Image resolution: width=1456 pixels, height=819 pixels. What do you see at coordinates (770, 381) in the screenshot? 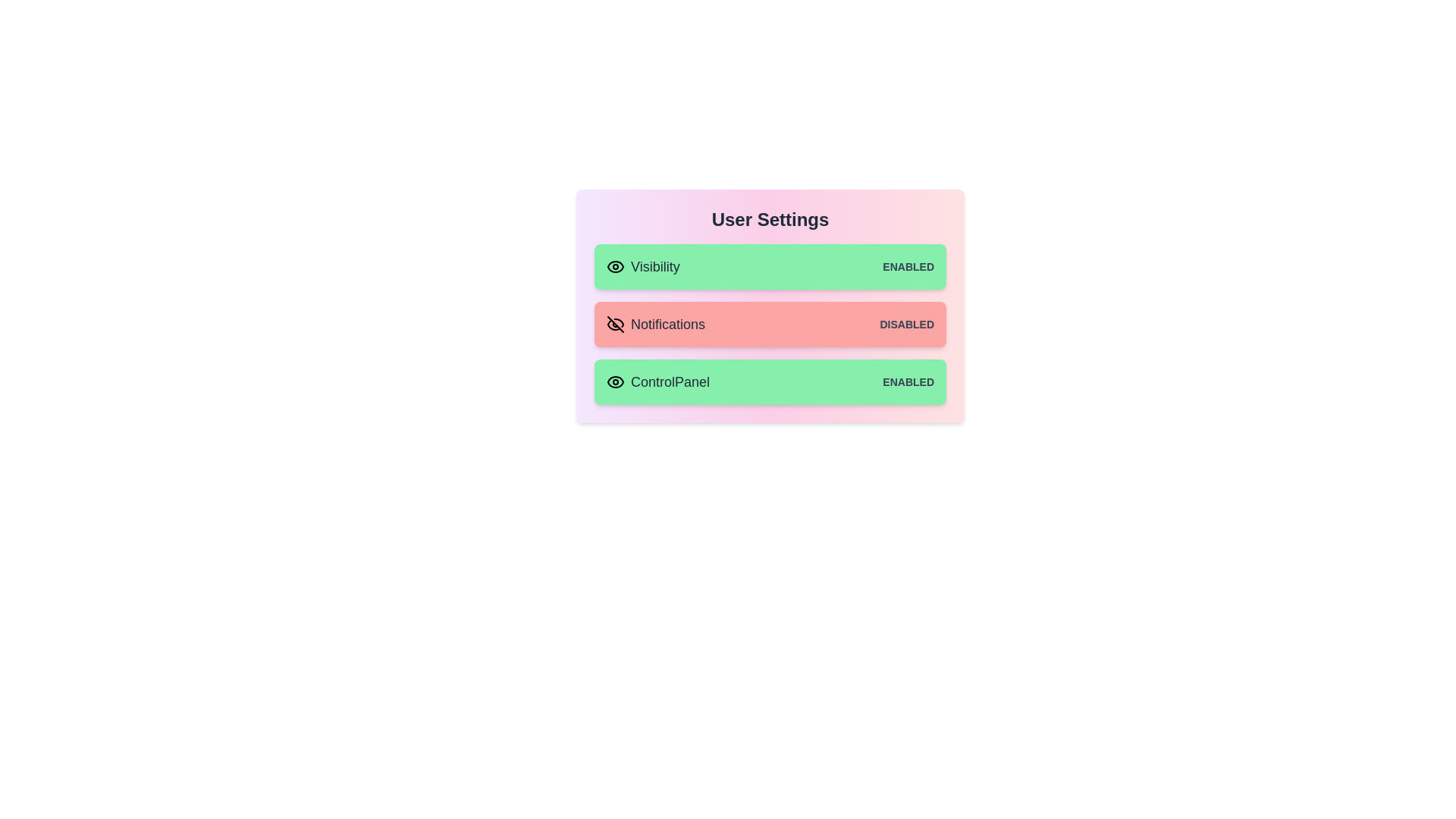
I see `the item corresponding to ControlPanel to observe its hover effect` at bounding box center [770, 381].